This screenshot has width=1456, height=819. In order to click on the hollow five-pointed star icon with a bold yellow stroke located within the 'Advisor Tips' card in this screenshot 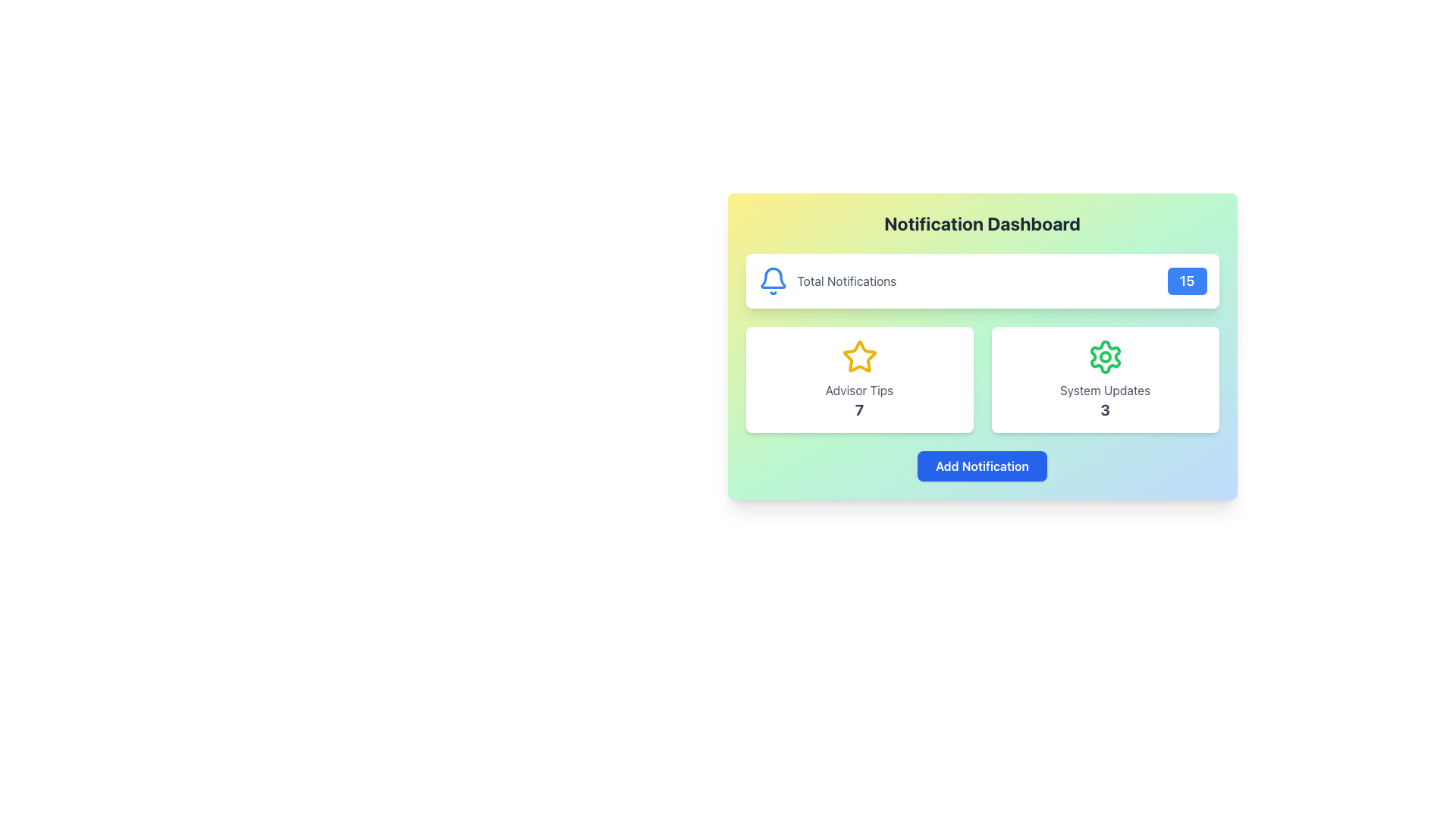, I will do `click(859, 356)`.